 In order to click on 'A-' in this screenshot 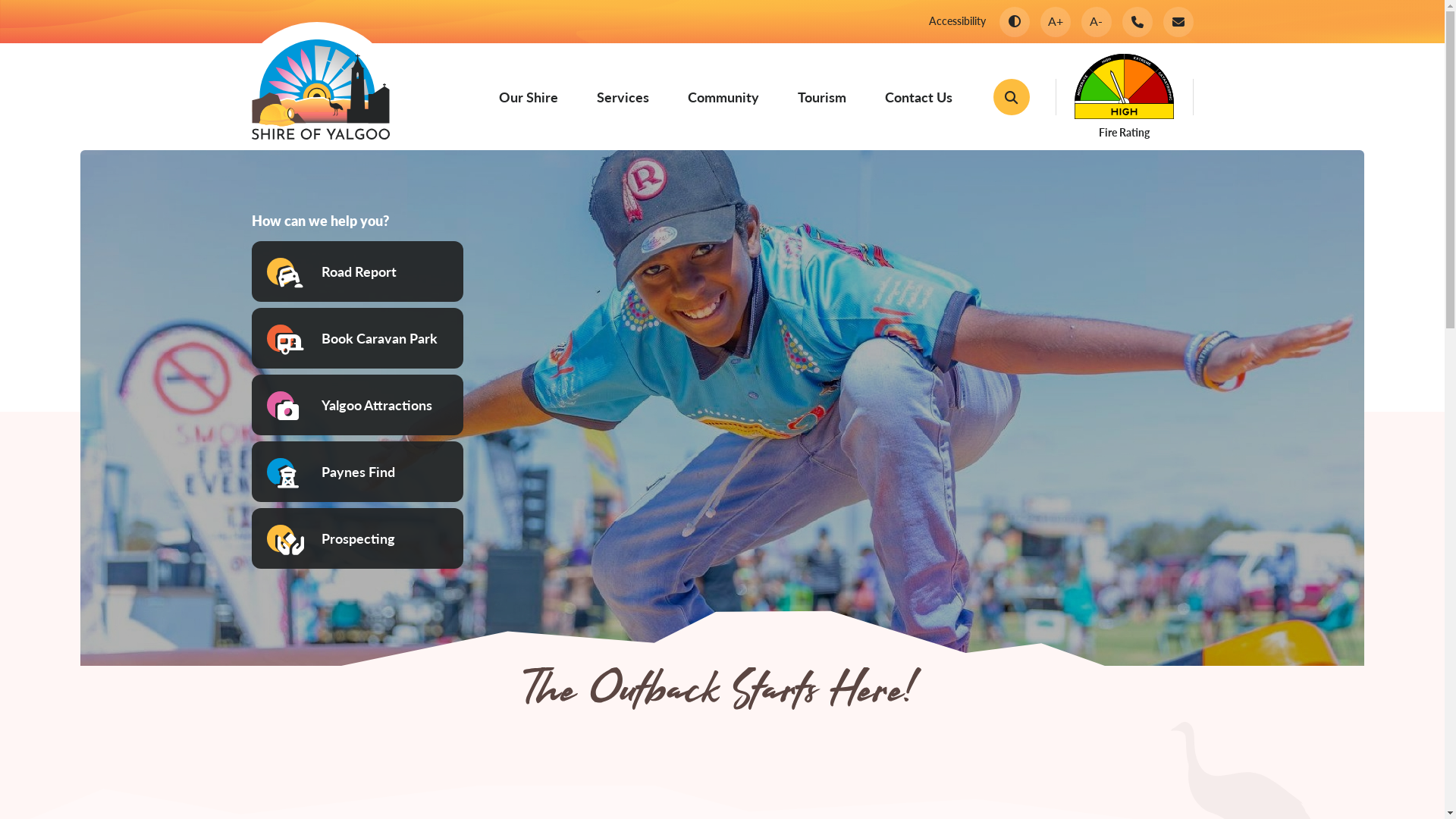, I will do `click(1096, 20)`.